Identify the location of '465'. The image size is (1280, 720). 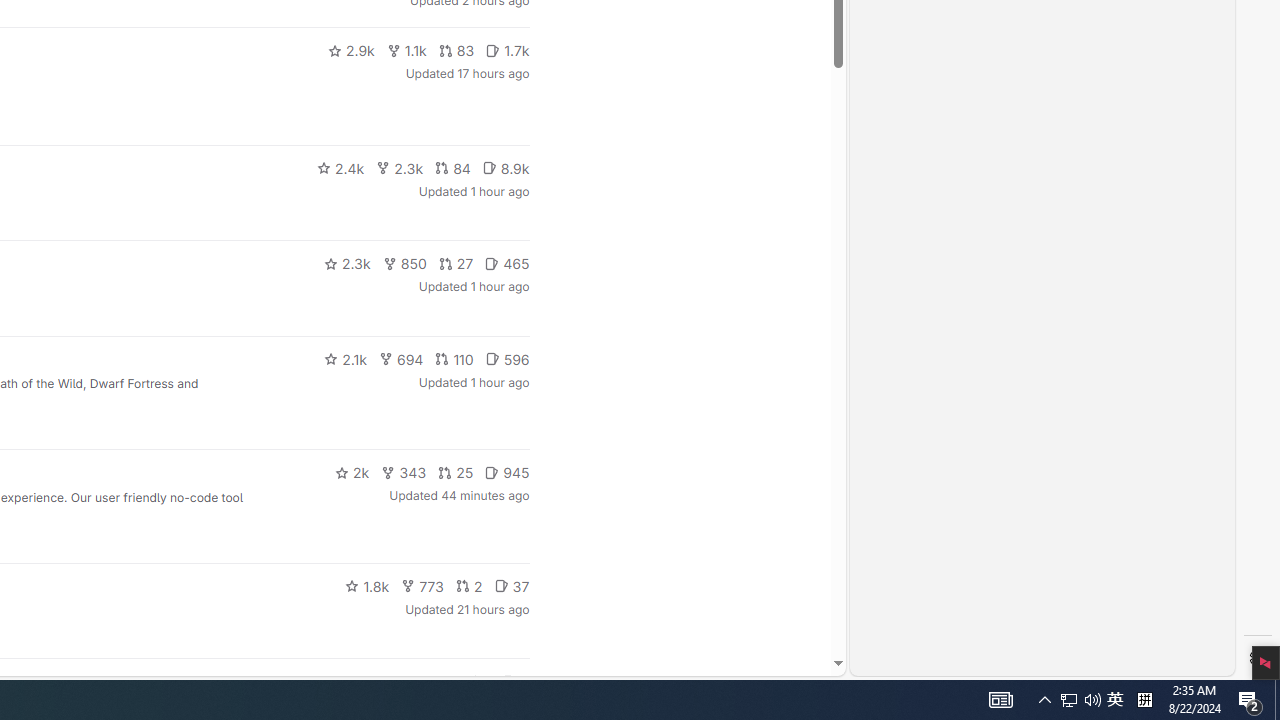
(507, 262).